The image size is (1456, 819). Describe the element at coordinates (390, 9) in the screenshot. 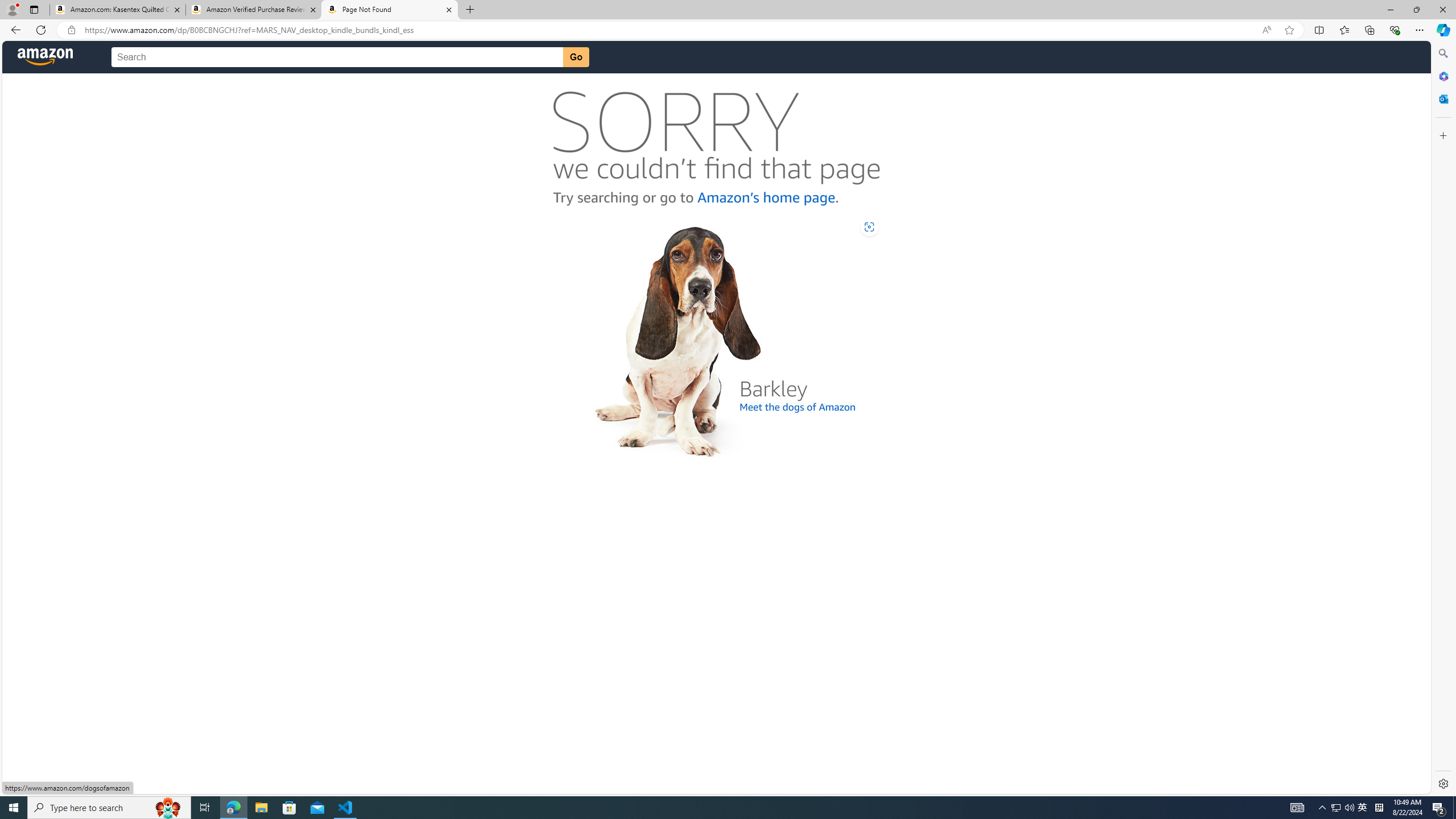

I see `'Page Not Found'` at that location.